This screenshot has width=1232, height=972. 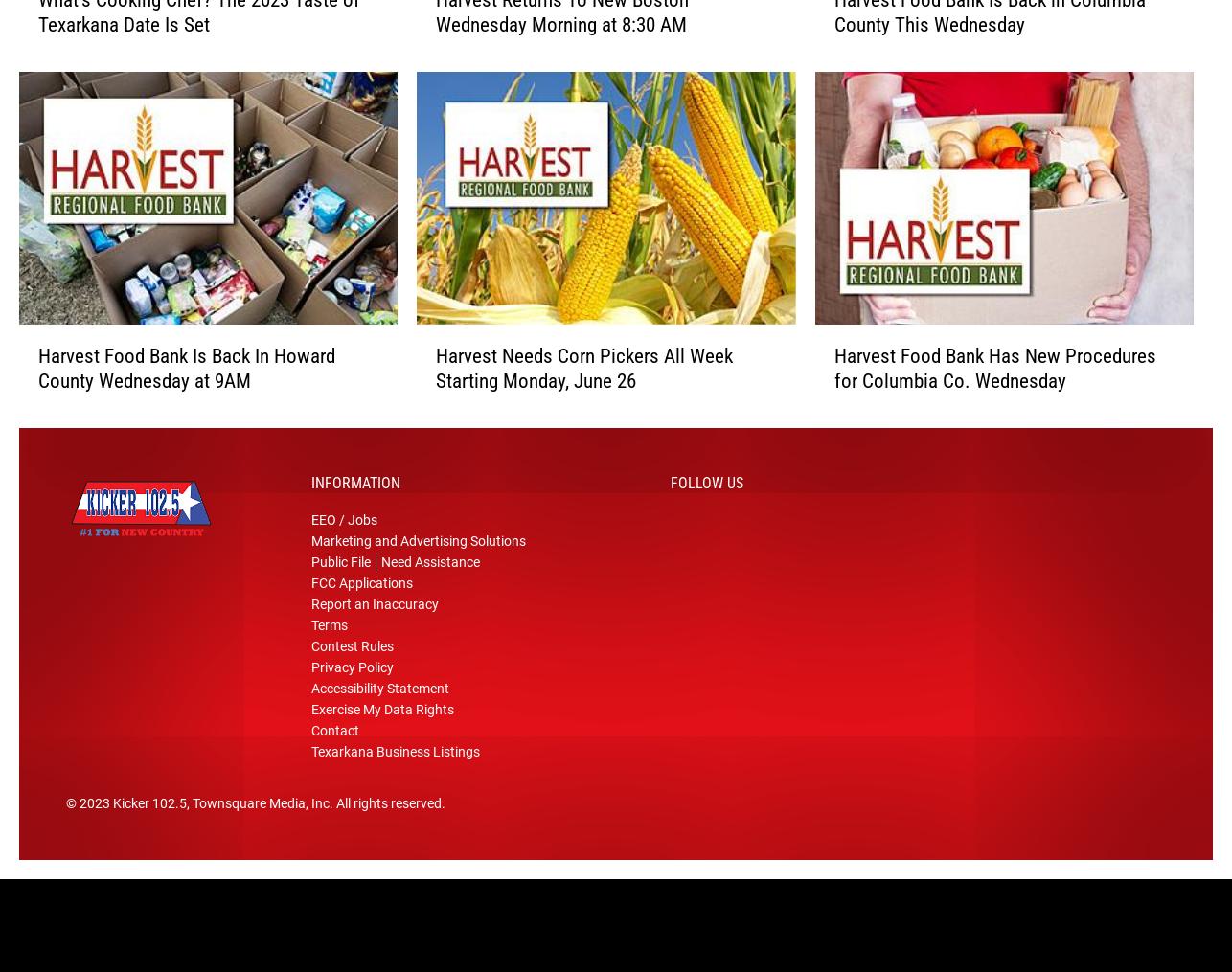 What do you see at coordinates (395, 758) in the screenshot?
I see `'Texarkana Business Listings'` at bounding box center [395, 758].